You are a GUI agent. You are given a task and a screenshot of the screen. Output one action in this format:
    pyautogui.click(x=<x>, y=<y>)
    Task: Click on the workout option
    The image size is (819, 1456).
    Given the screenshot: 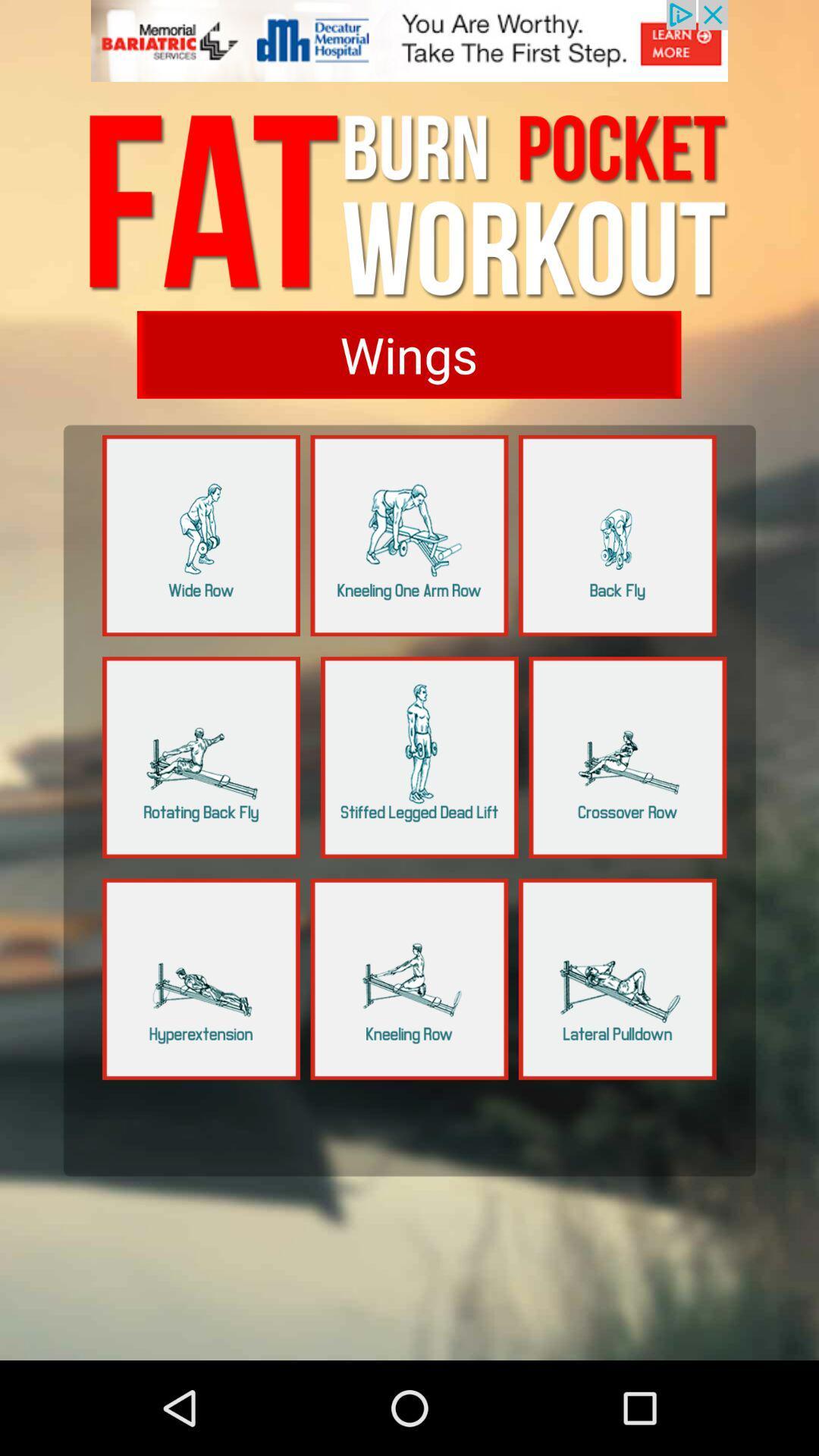 What is the action you would take?
    pyautogui.click(x=409, y=979)
    